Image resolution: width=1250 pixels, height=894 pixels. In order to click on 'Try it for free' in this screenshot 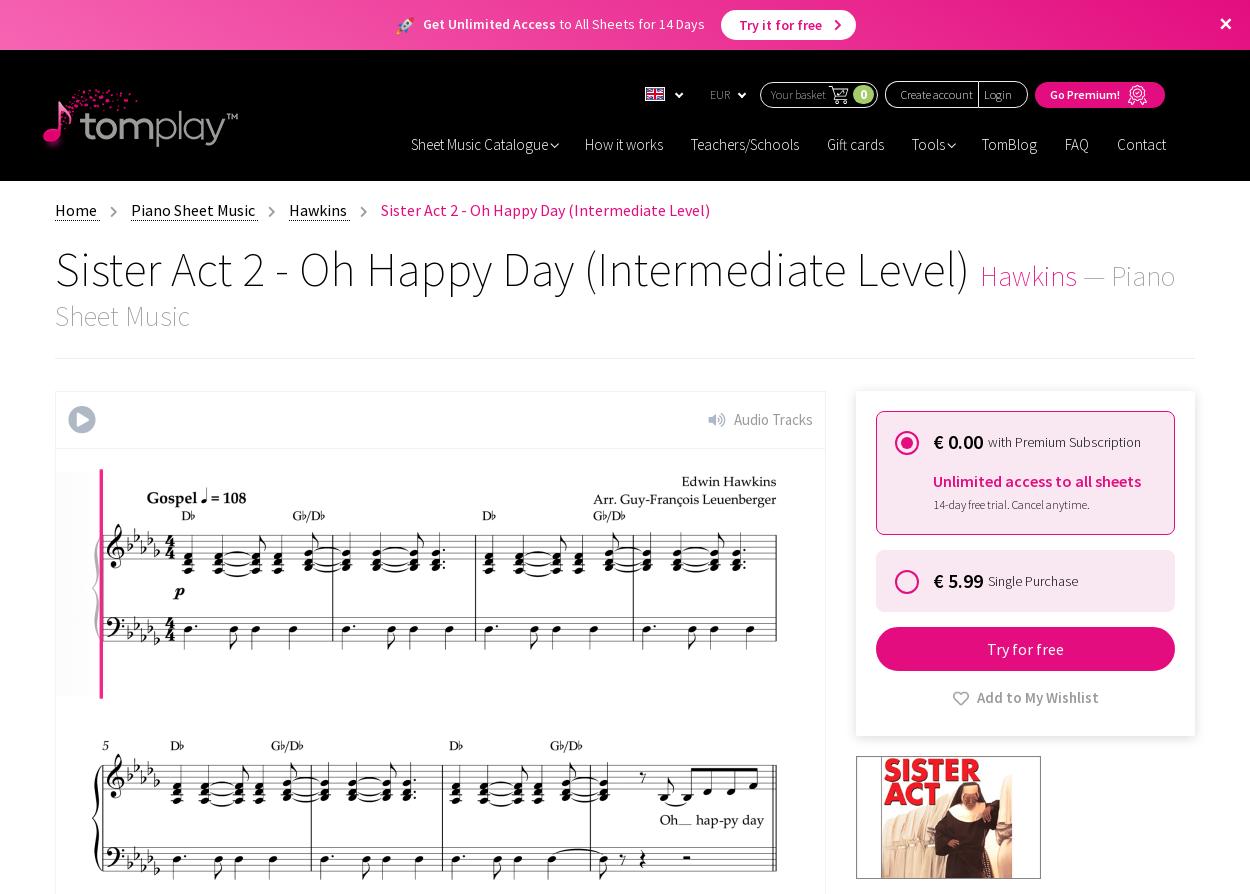, I will do `click(737, 25)`.